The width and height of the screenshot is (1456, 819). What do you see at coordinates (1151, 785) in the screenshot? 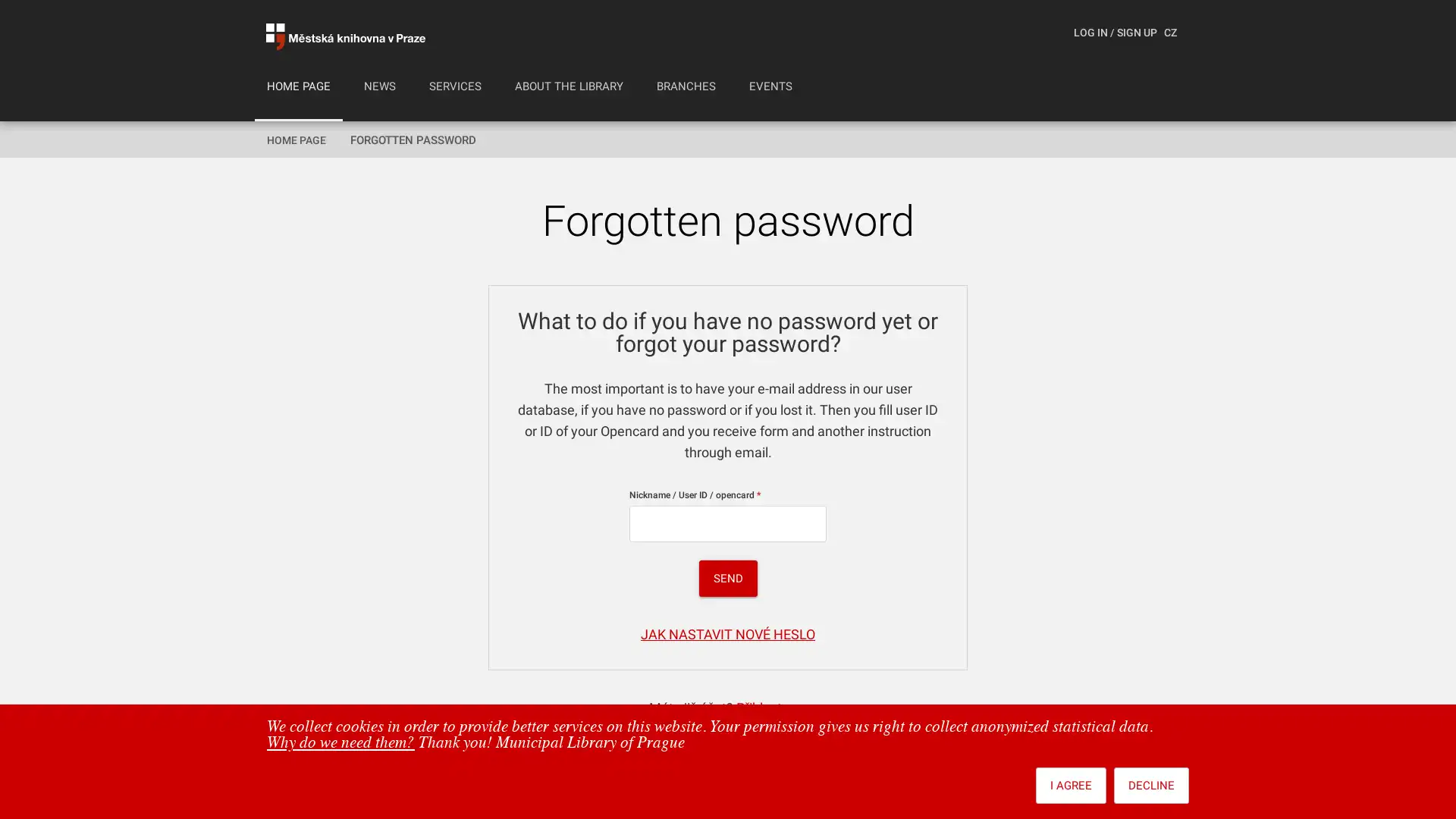
I see `DECLINE` at bounding box center [1151, 785].